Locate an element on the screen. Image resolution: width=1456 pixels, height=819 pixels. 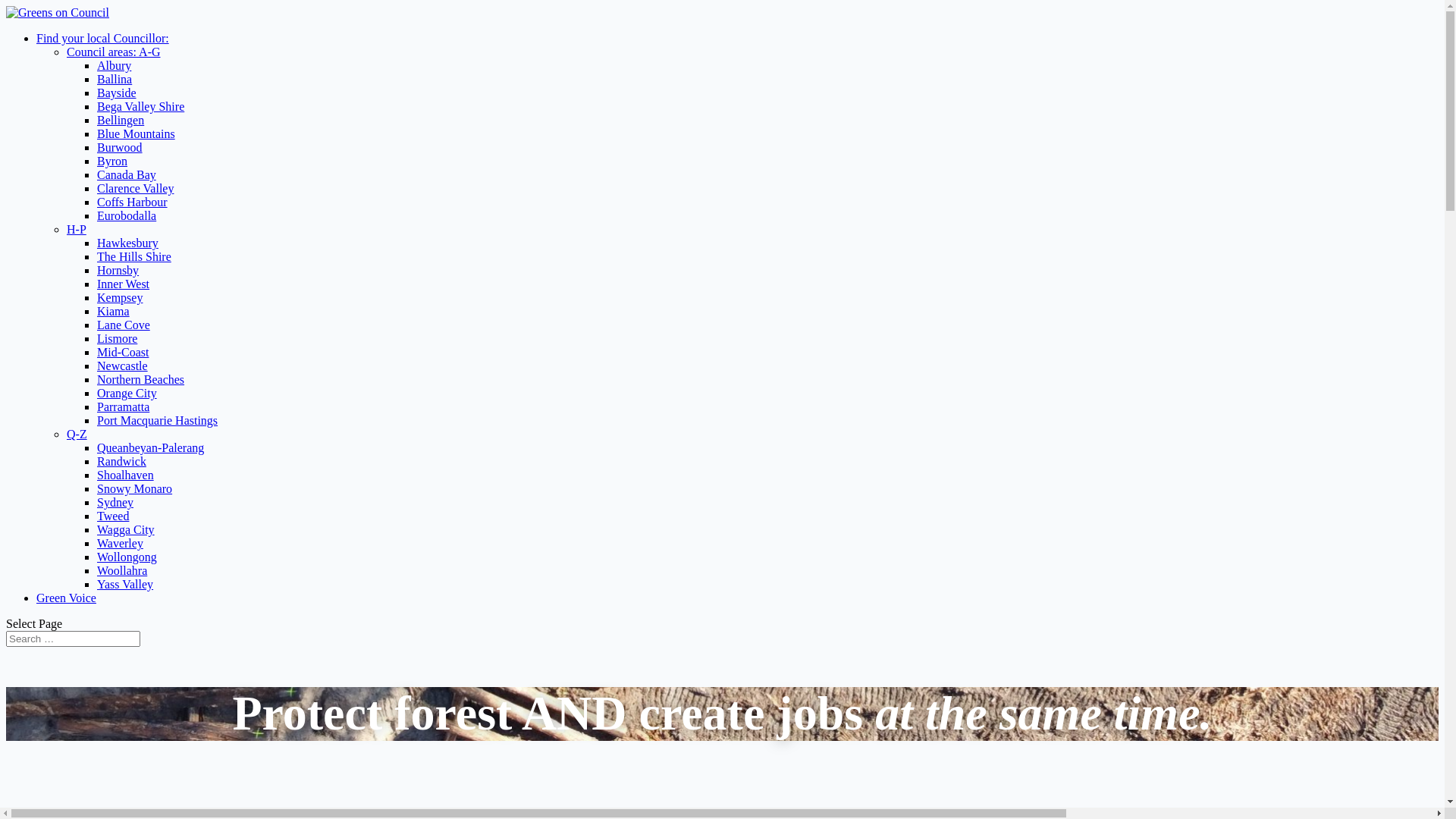
'Lismore' is located at coordinates (116, 337).